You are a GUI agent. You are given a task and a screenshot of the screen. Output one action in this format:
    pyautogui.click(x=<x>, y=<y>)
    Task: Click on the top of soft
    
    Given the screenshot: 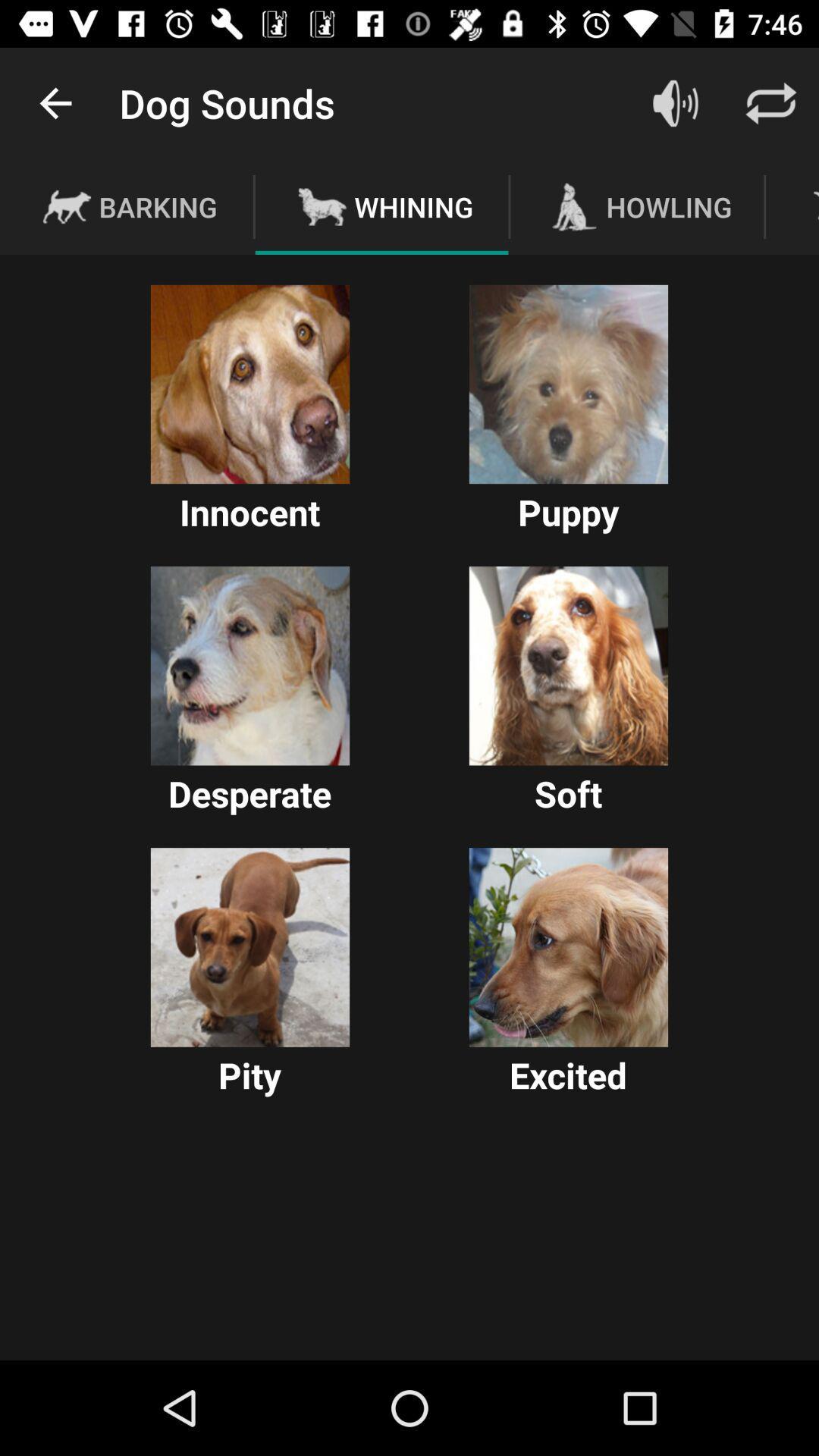 What is the action you would take?
    pyautogui.click(x=568, y=666)
    